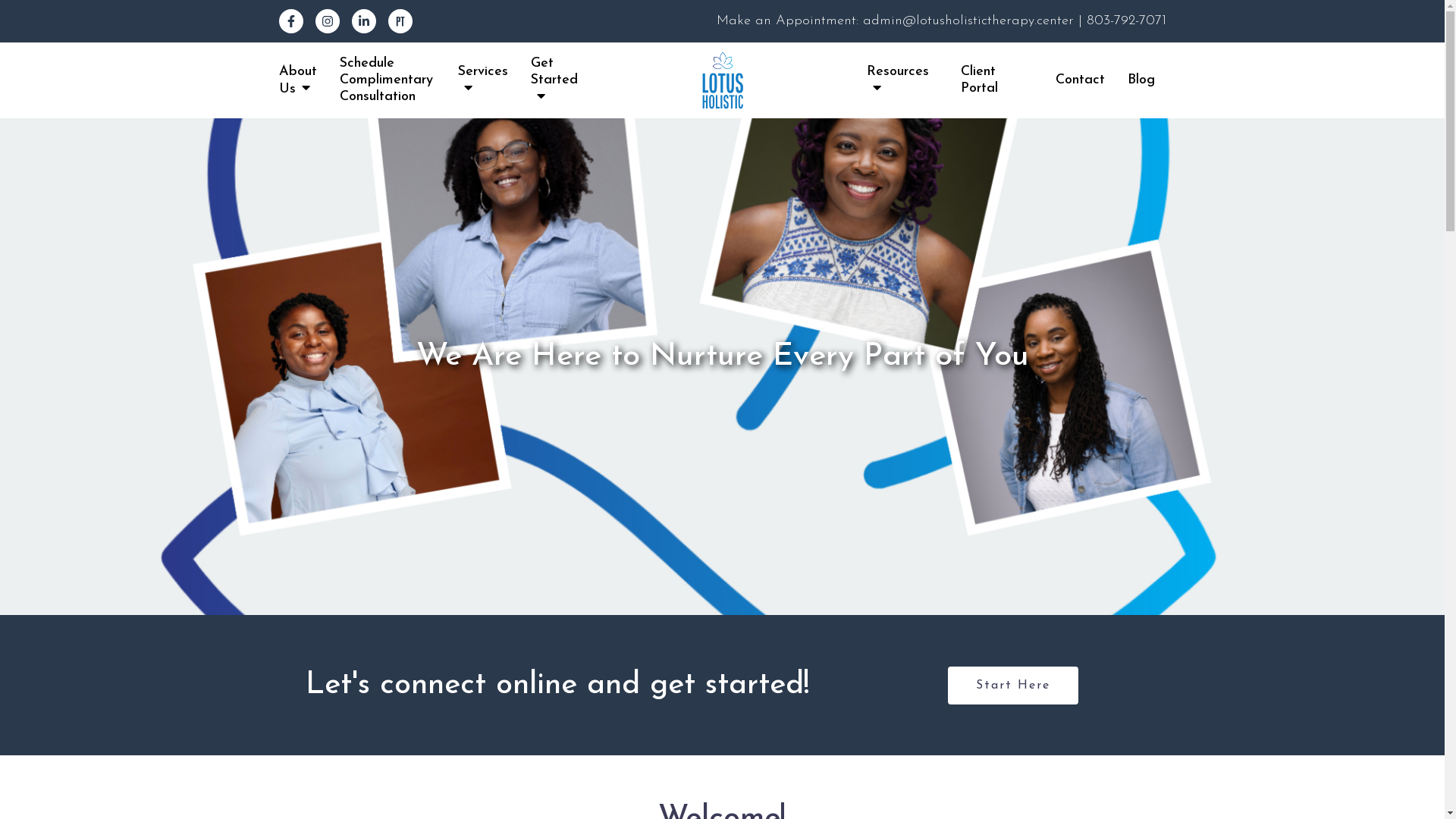 The image size is (1456, 819). What do you see at coordinates (960, 80) in the screenshot?
I see `'Client Portal'` at bounding box center [960, 80].